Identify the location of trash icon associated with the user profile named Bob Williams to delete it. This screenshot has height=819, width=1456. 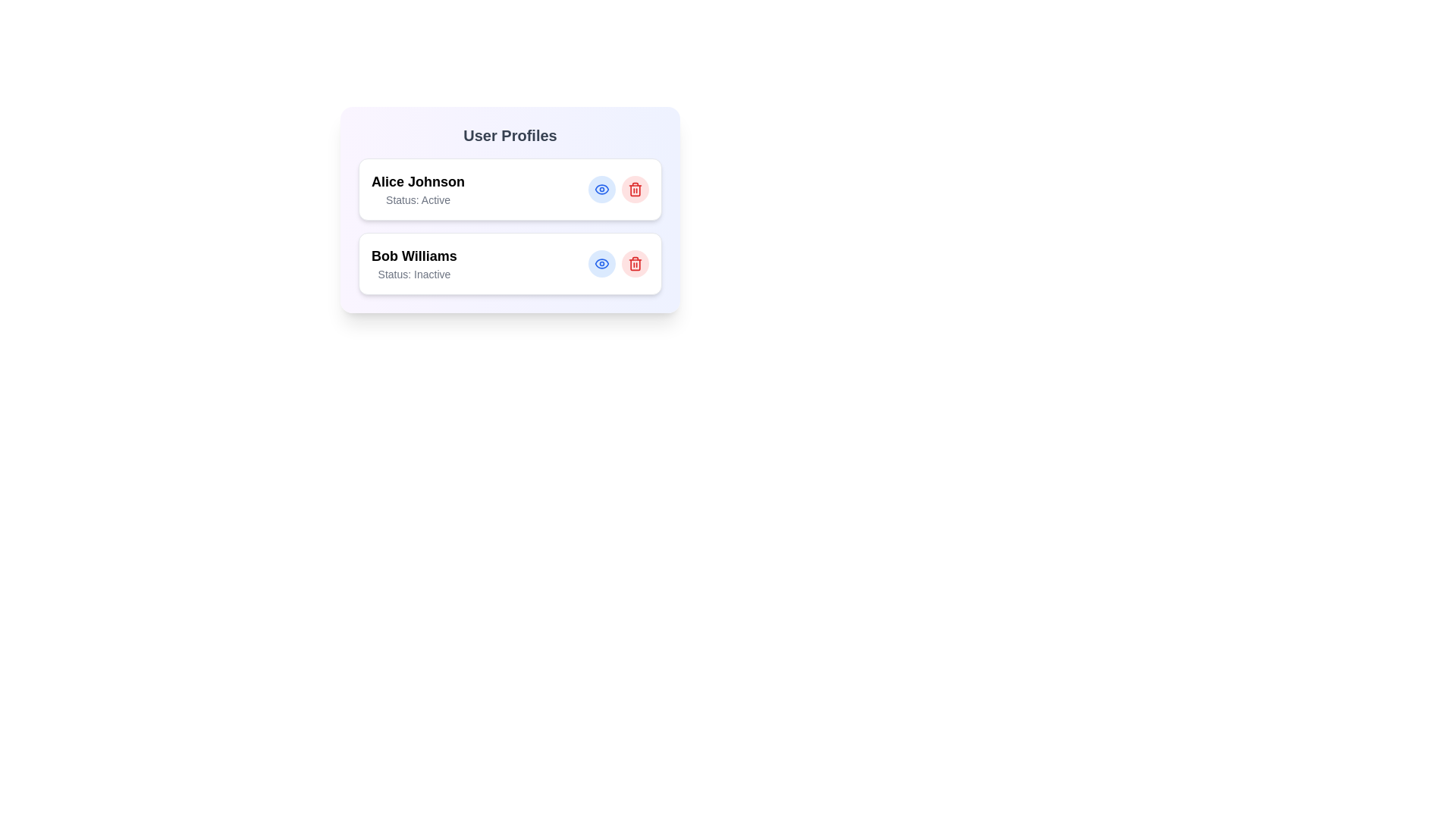
(635, 262).